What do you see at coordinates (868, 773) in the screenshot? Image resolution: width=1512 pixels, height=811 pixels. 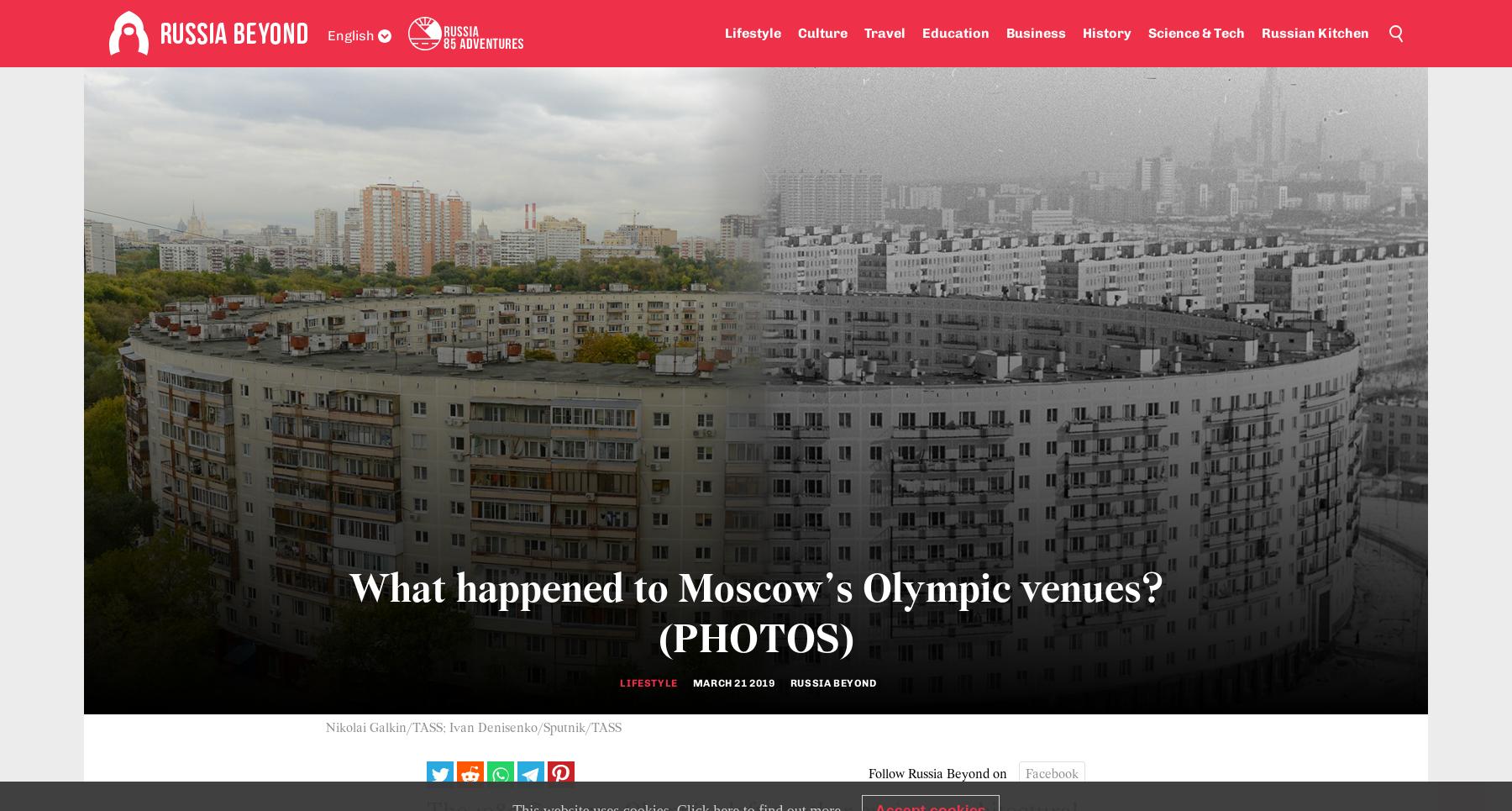 I see `'Follow Russia Beyond on'` at bounding box center [868, 773].